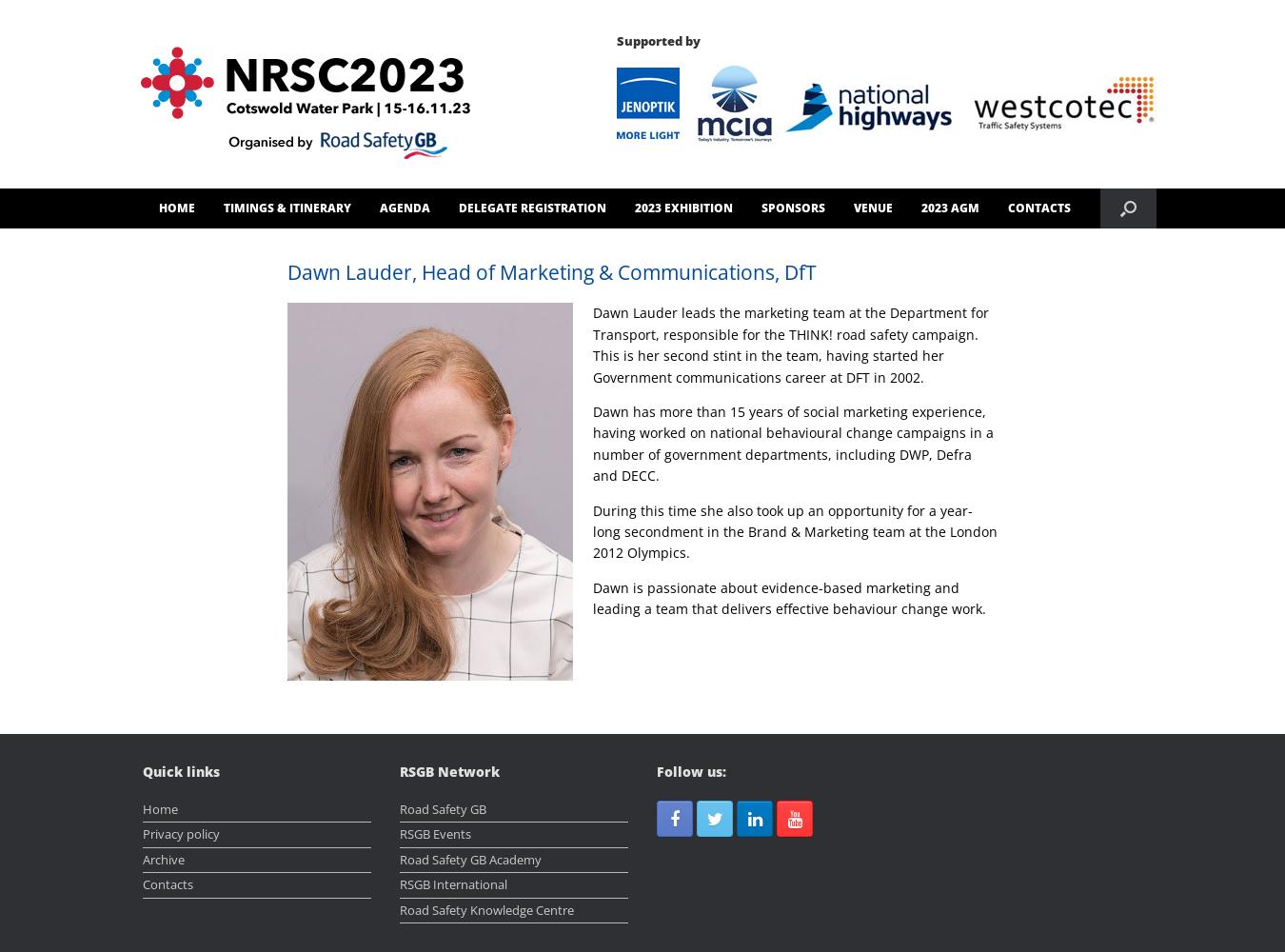 Image resolution: width=1285 pixels, height=952 pixels. What do you see at coordinates (434, 834) in the screenshot?
I see `'RSGB Events'` at bounding box center [434, 834].